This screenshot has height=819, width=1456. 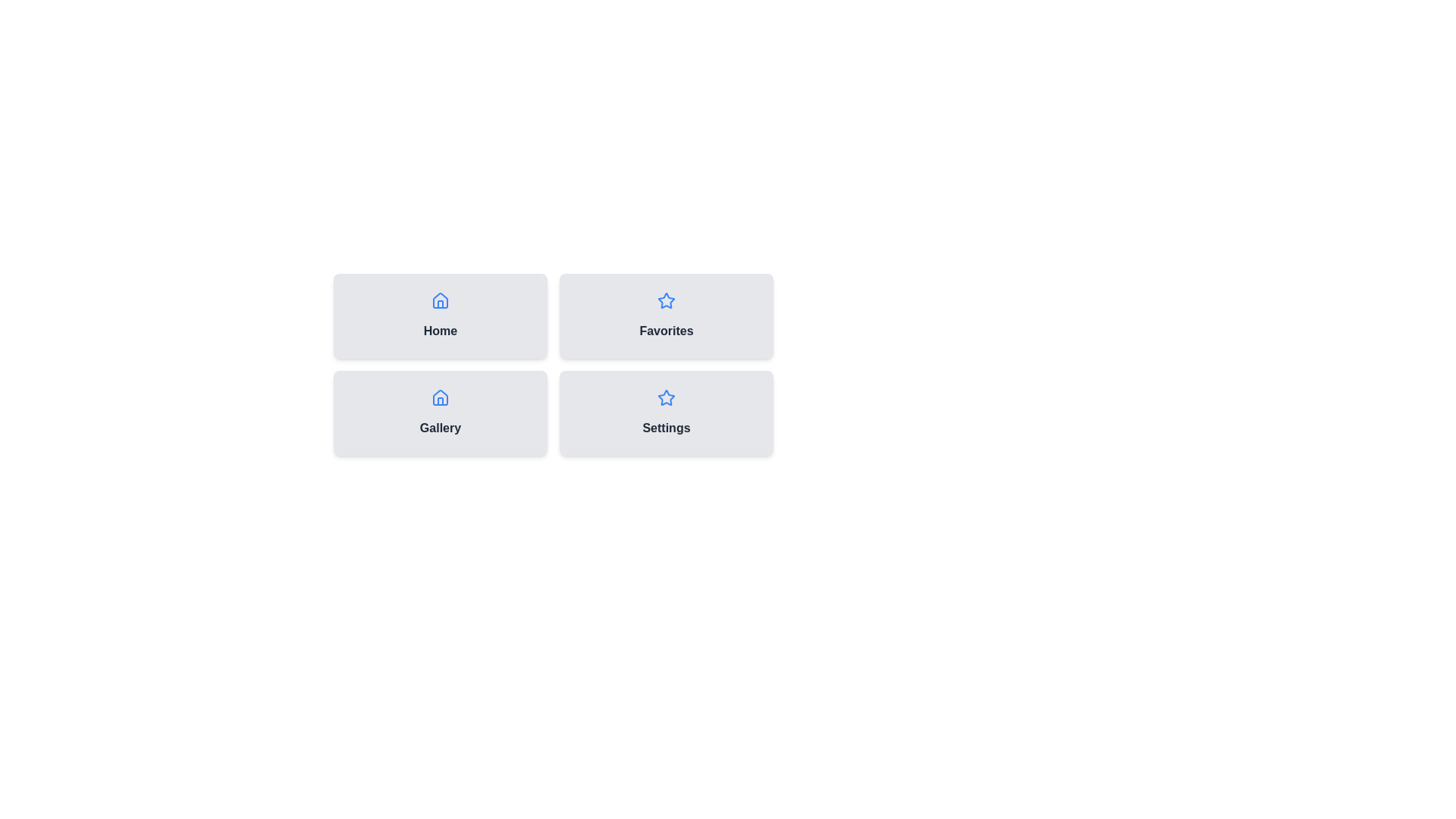 What do you see at coordinates (439, 397) in the screenshot?
I see `the blue house-shaped icon in the Gallery section to interact with it, as it is the only icon present above the 'Gallery' label` at bounding box center [439, 397].